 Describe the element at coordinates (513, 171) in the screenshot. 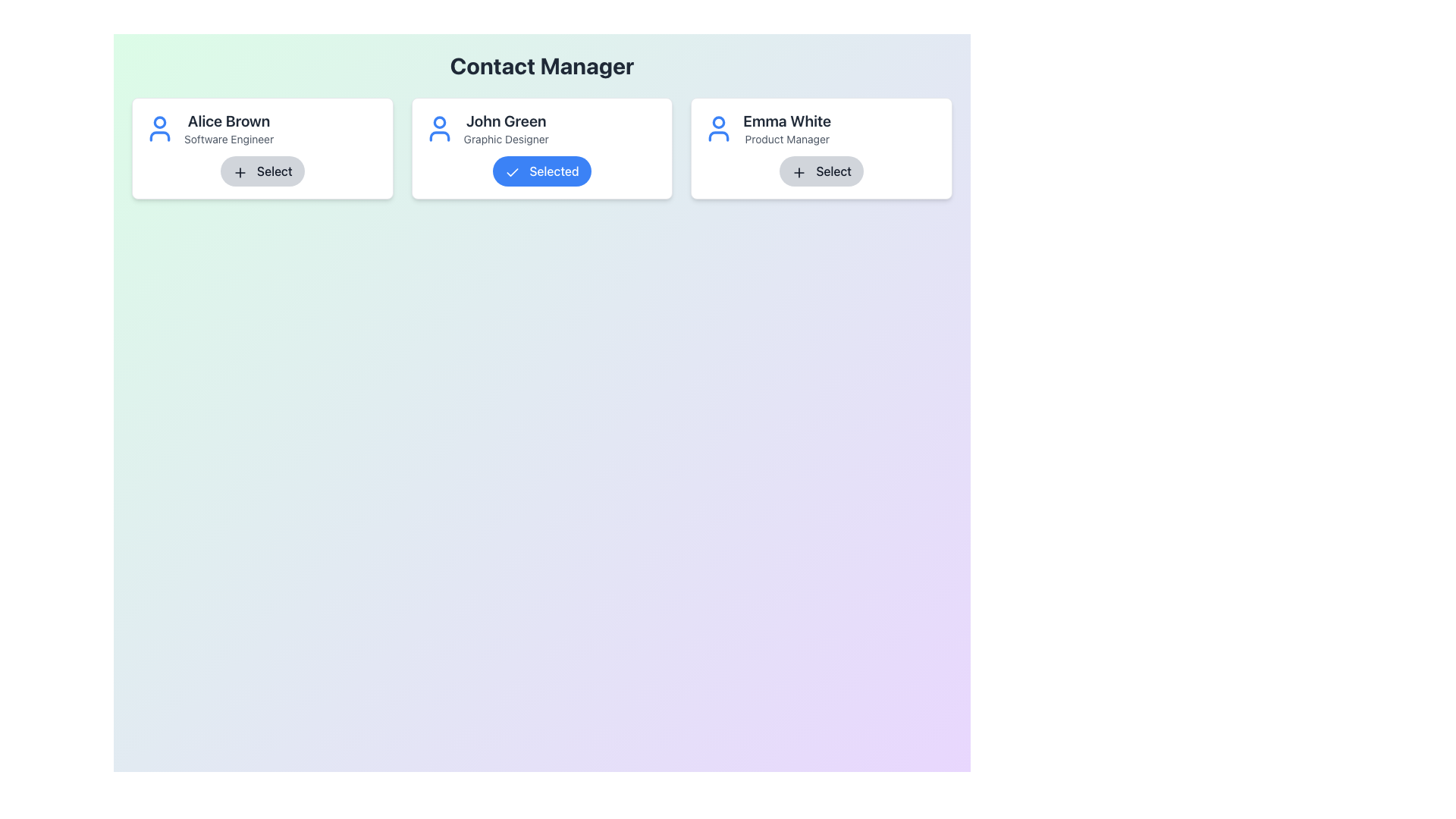

I see `the checkmark icon with a thin white outline on a blue background, which is part of the 'Selected' button associated with 'John Green,' a Graphic Designer` at that location.